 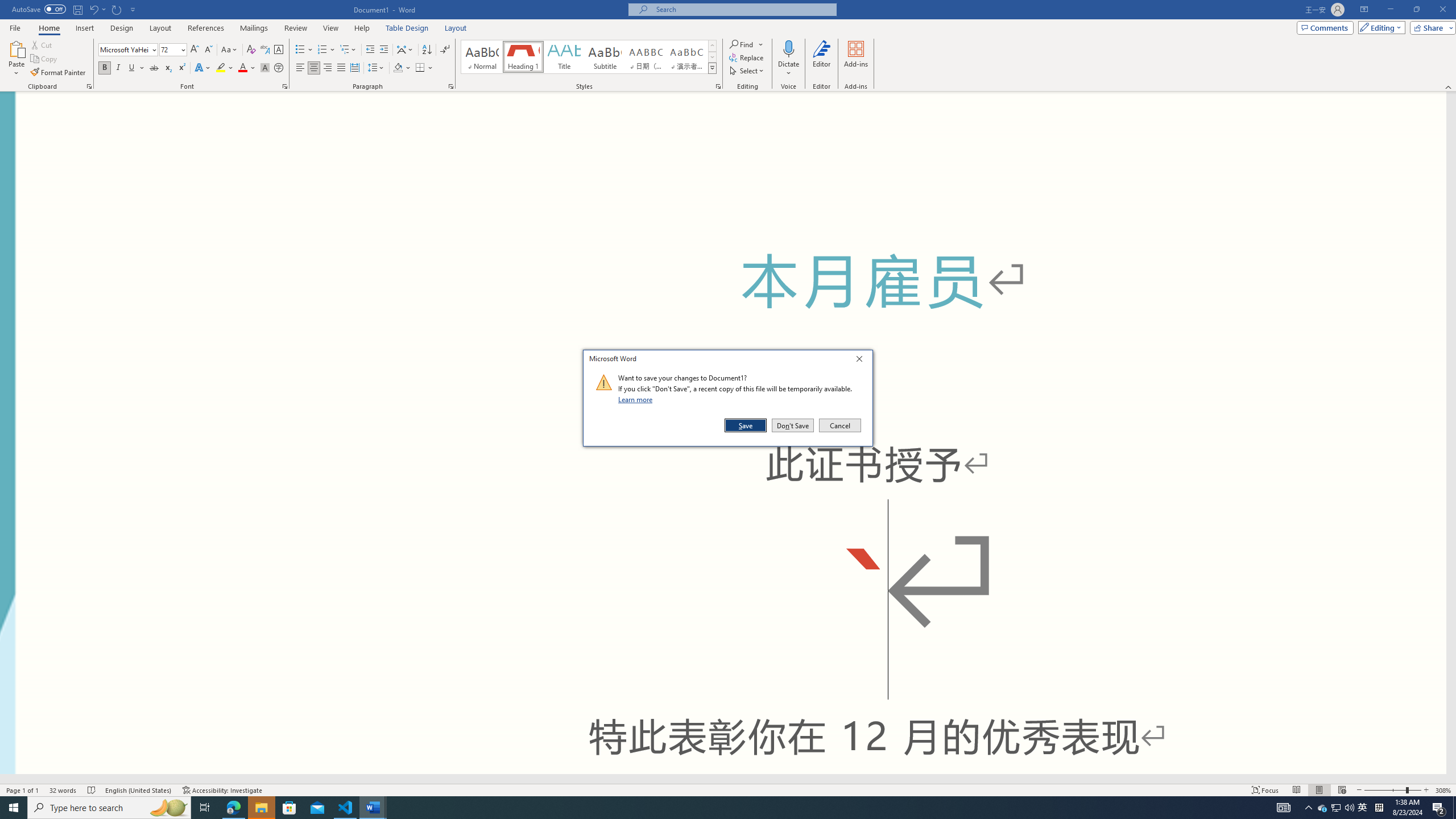 What do you see at coordinates (747, 69) in the screenshot?
I see `'Select'` at bounding box center [747, 69].